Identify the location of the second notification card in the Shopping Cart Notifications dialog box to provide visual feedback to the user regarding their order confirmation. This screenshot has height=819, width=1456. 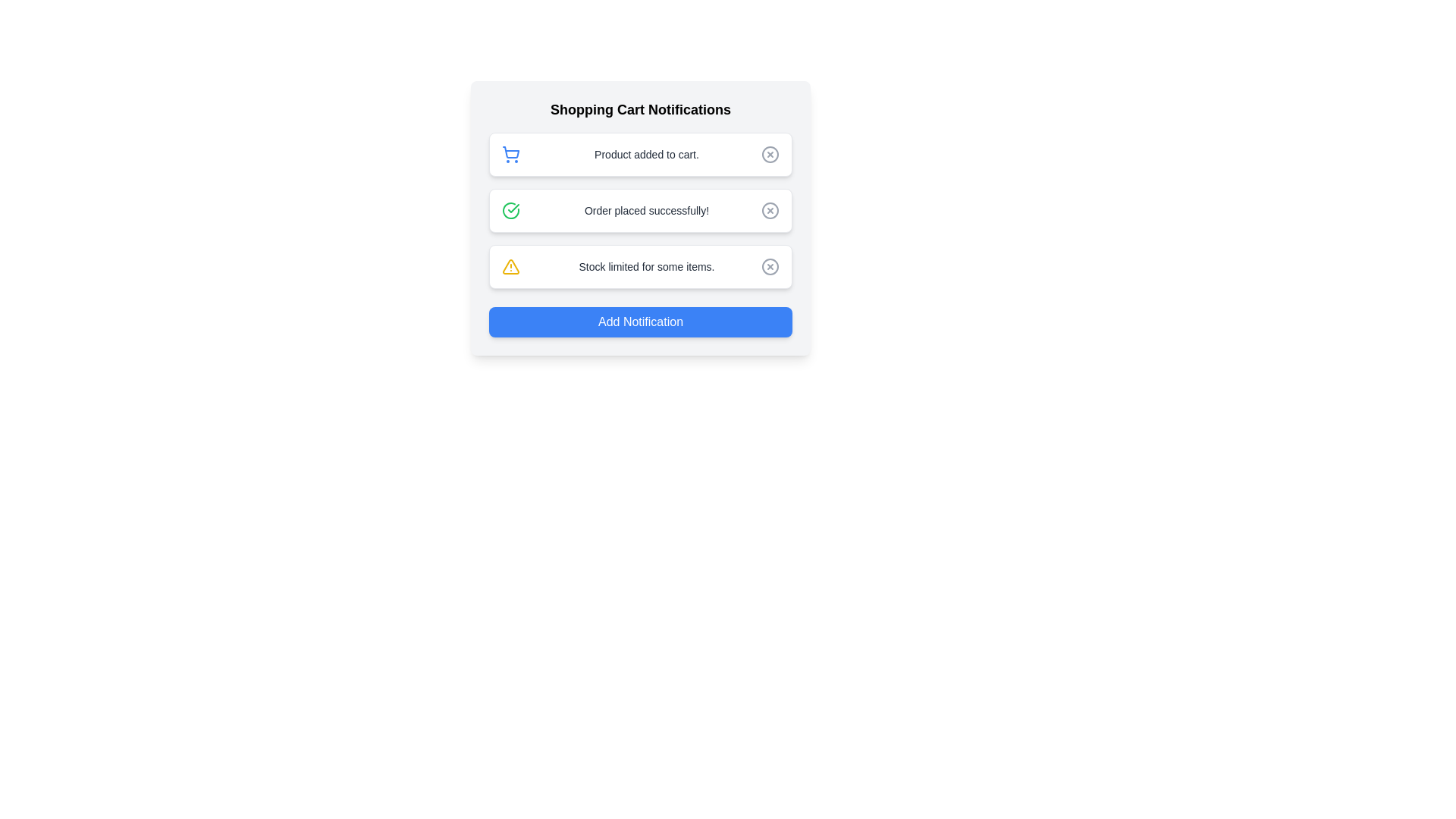
(640, 218).